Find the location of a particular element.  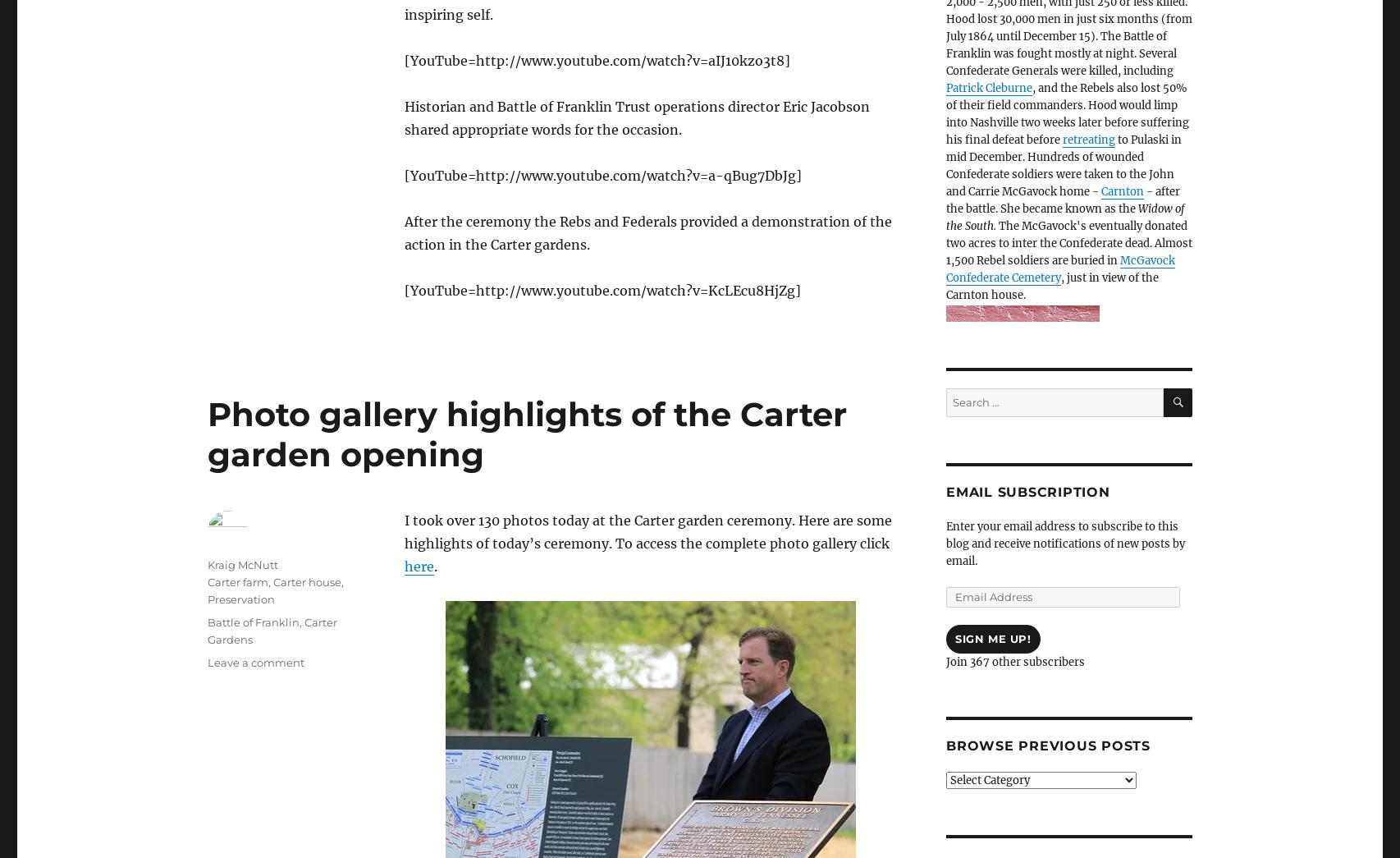

'Widow of the South.' is located at coordinates (1064, 217).